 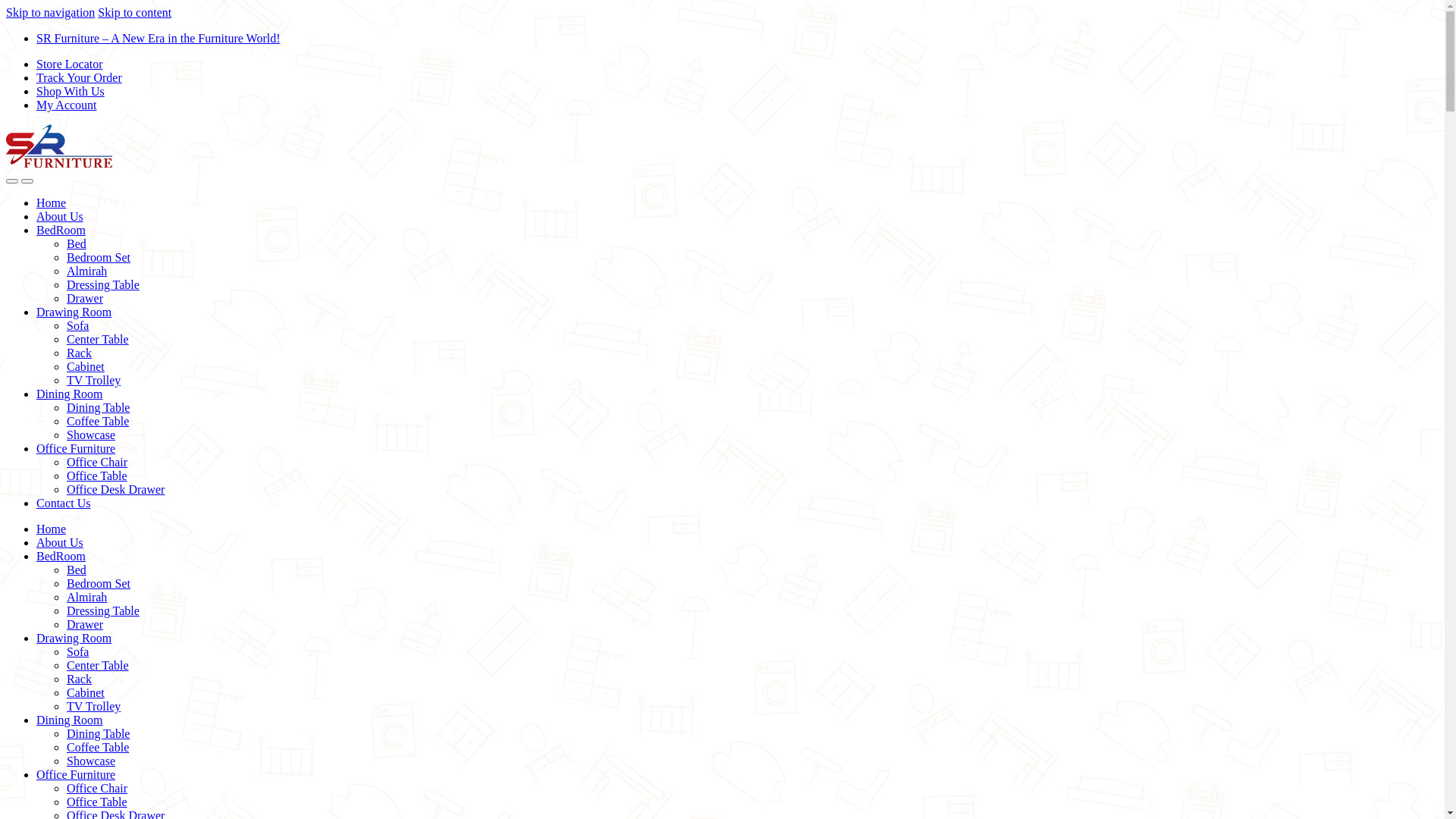 What do you see at coordinates (97, 406) in the screenshot?
I see `'Dining Table'` at bounding box center [97, 406].